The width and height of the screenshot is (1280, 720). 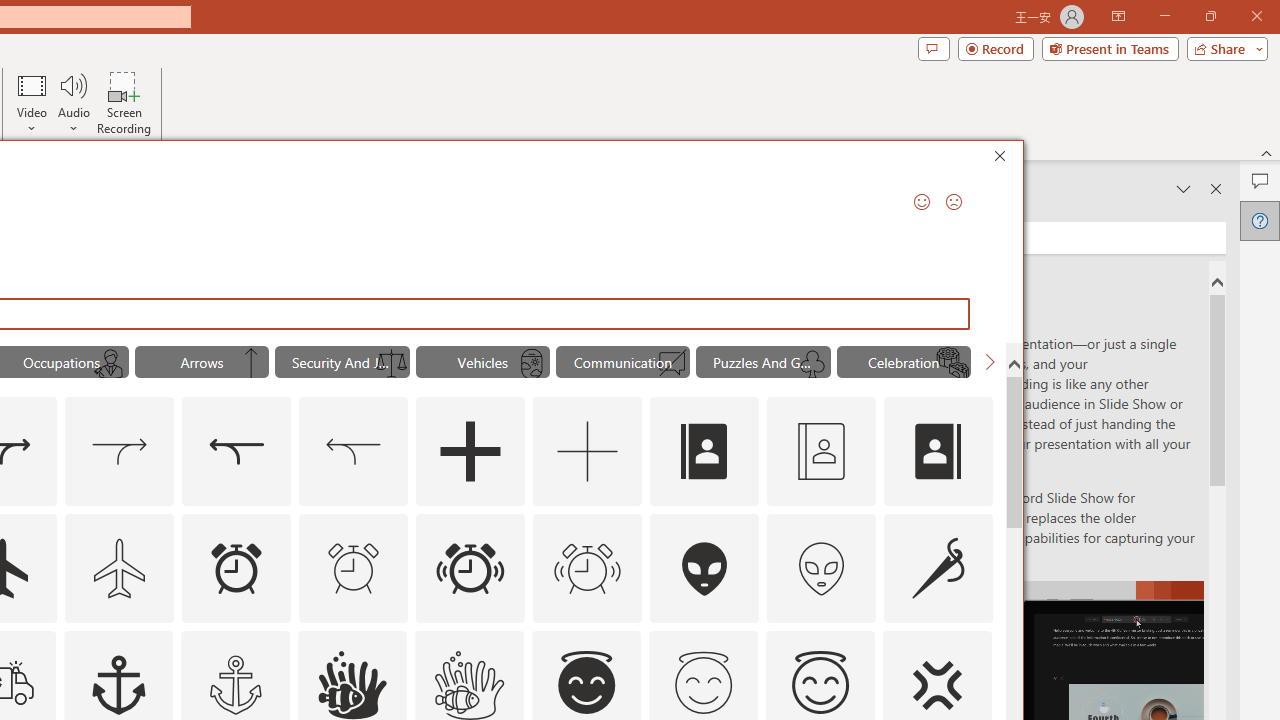 I want to click on '"Arrows" Icons.', so click(x=201, y=362).